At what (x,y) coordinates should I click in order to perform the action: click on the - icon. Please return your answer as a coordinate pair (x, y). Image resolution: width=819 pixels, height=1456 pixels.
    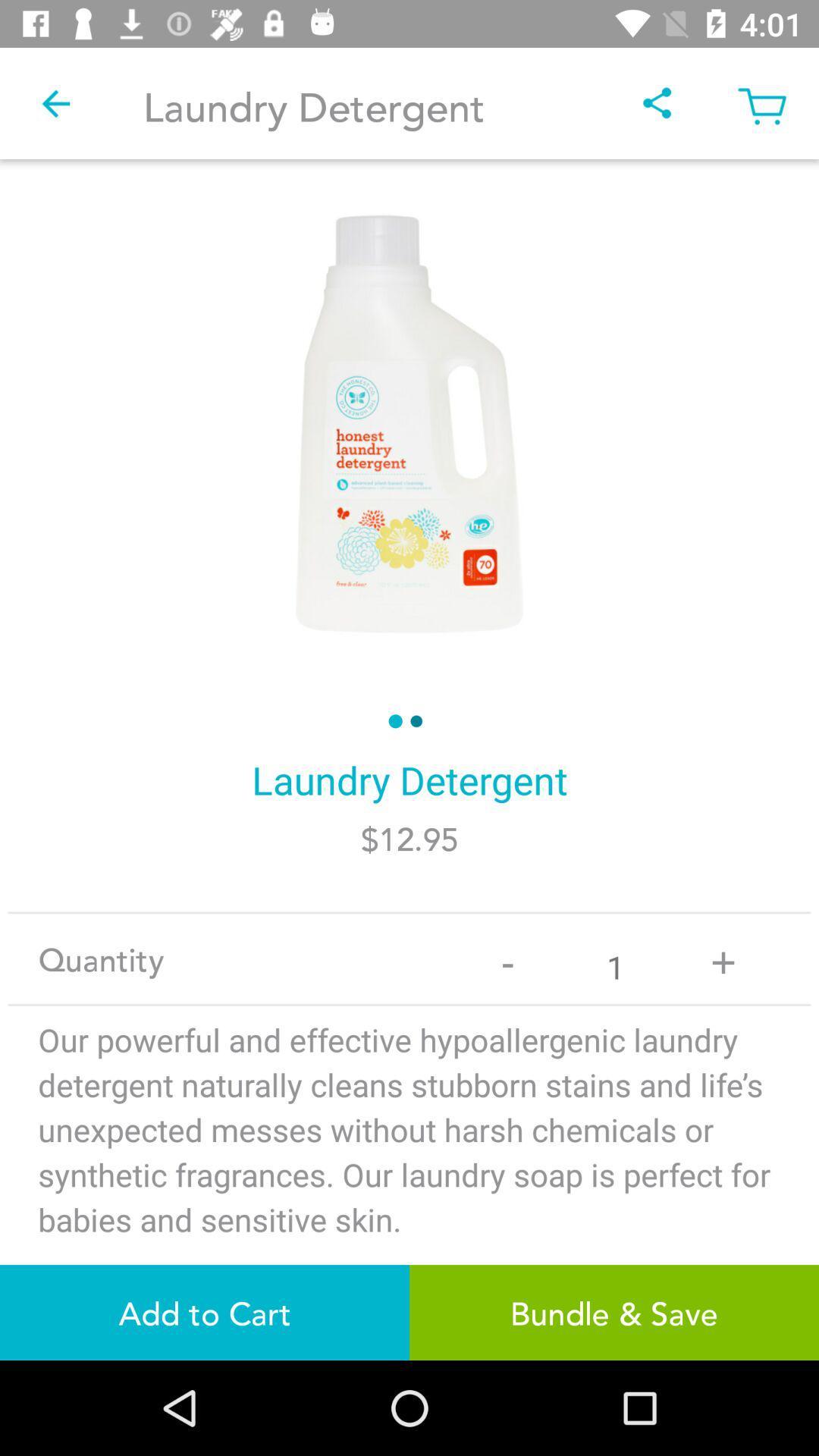
    Looking at the image, I should click on (507, 958).